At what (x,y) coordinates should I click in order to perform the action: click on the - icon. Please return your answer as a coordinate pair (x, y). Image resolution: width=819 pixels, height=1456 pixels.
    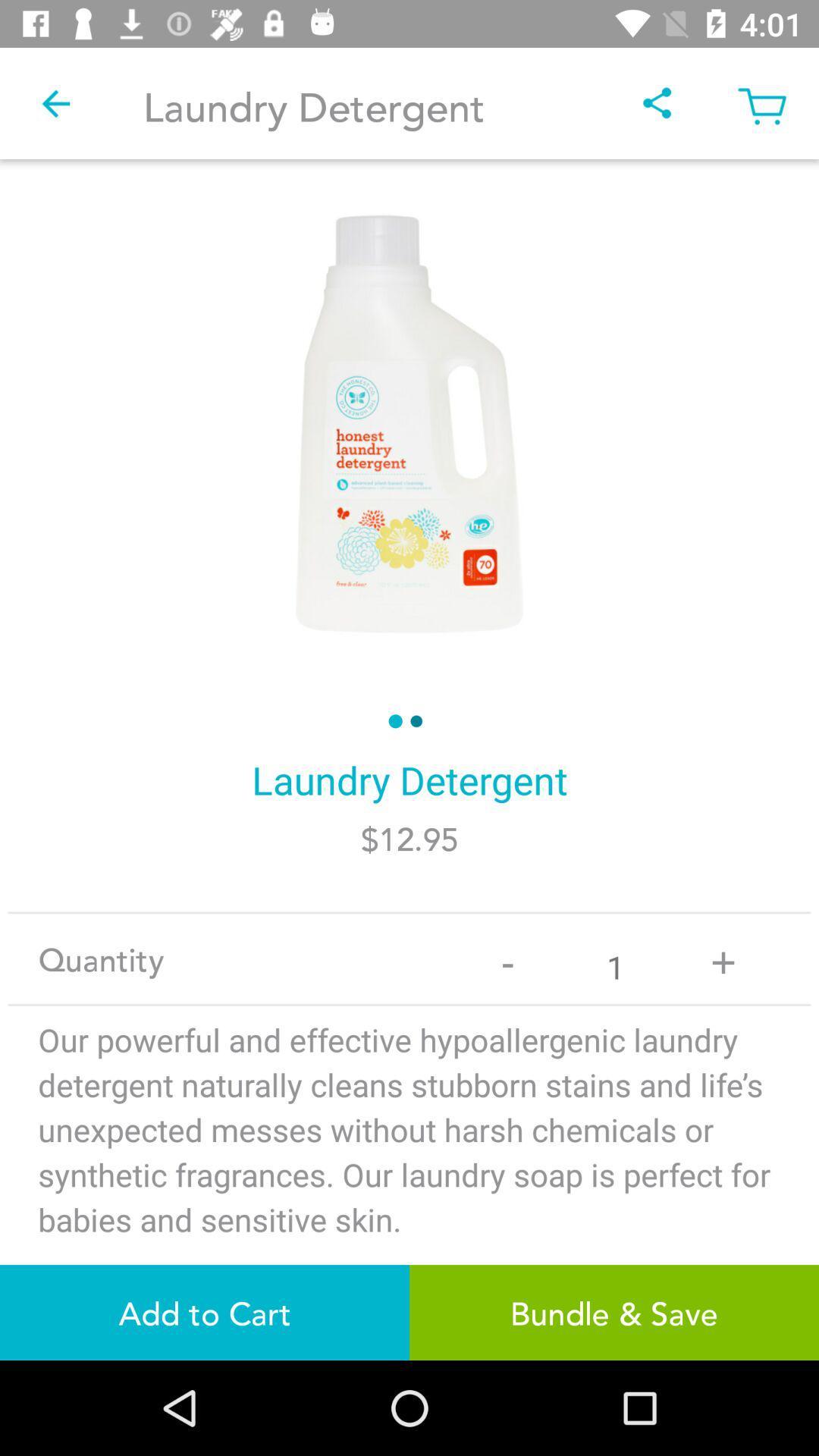
    Looking at the image, I should click on (507, 958).